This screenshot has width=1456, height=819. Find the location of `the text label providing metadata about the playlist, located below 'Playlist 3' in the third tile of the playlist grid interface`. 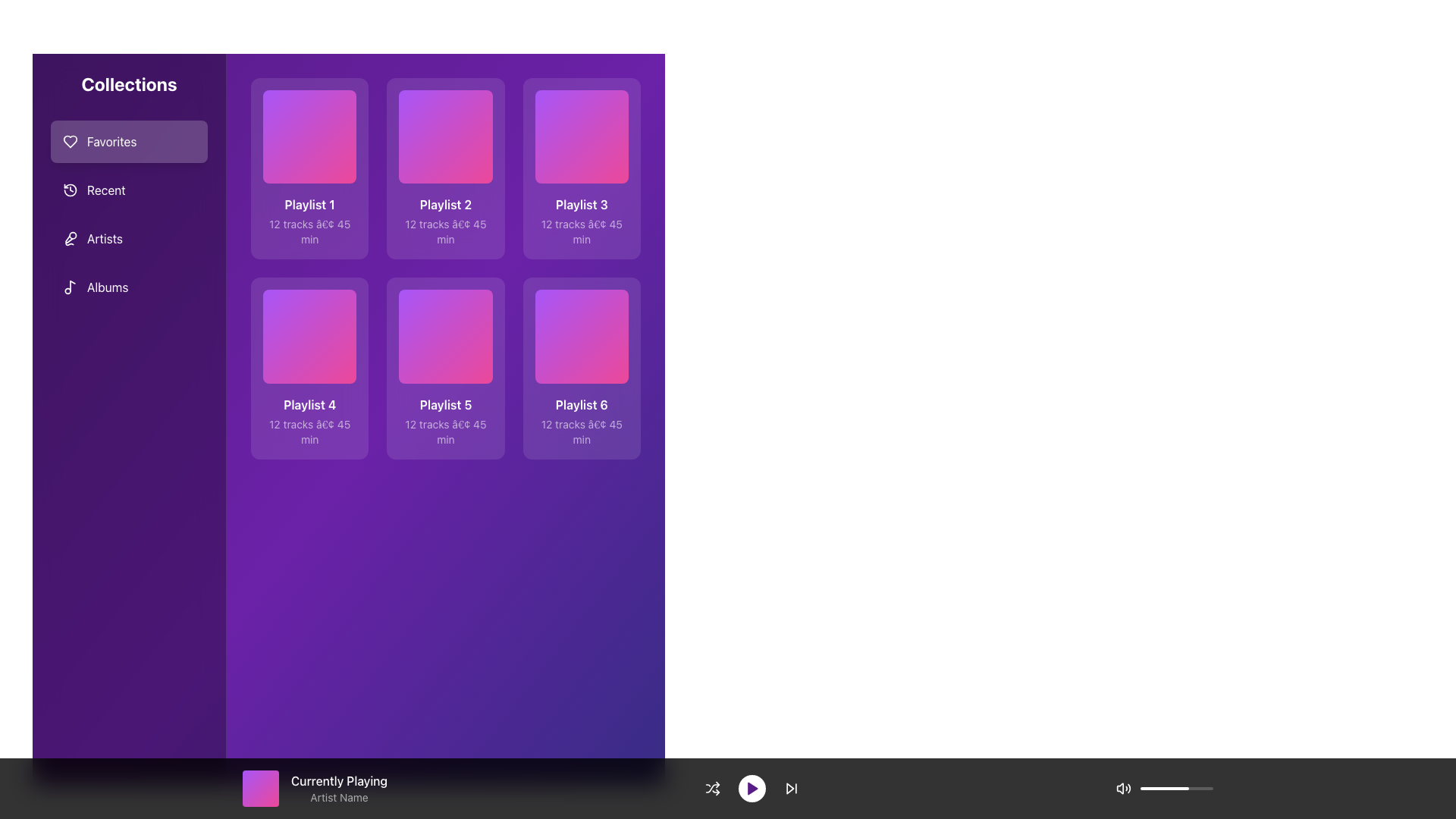

the text label providing metadata about the playlist, located below 'Playlist 3' in the third tile of the playlist grid interface is located at coordinates (581, 232).